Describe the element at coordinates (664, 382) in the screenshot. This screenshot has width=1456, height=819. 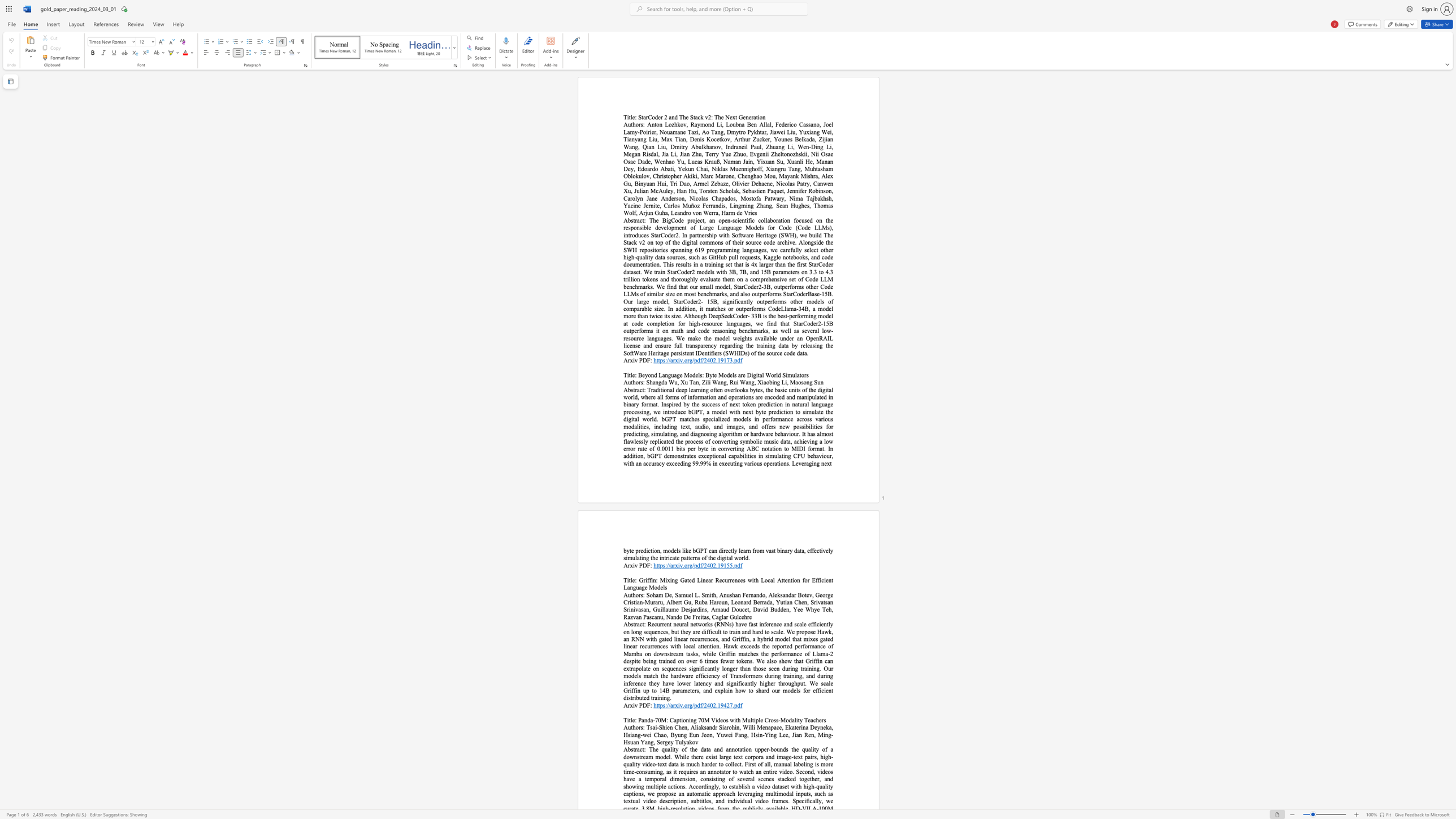
I see `the subset text "a Wu," within the text "Shangda Wu,"` at that location.